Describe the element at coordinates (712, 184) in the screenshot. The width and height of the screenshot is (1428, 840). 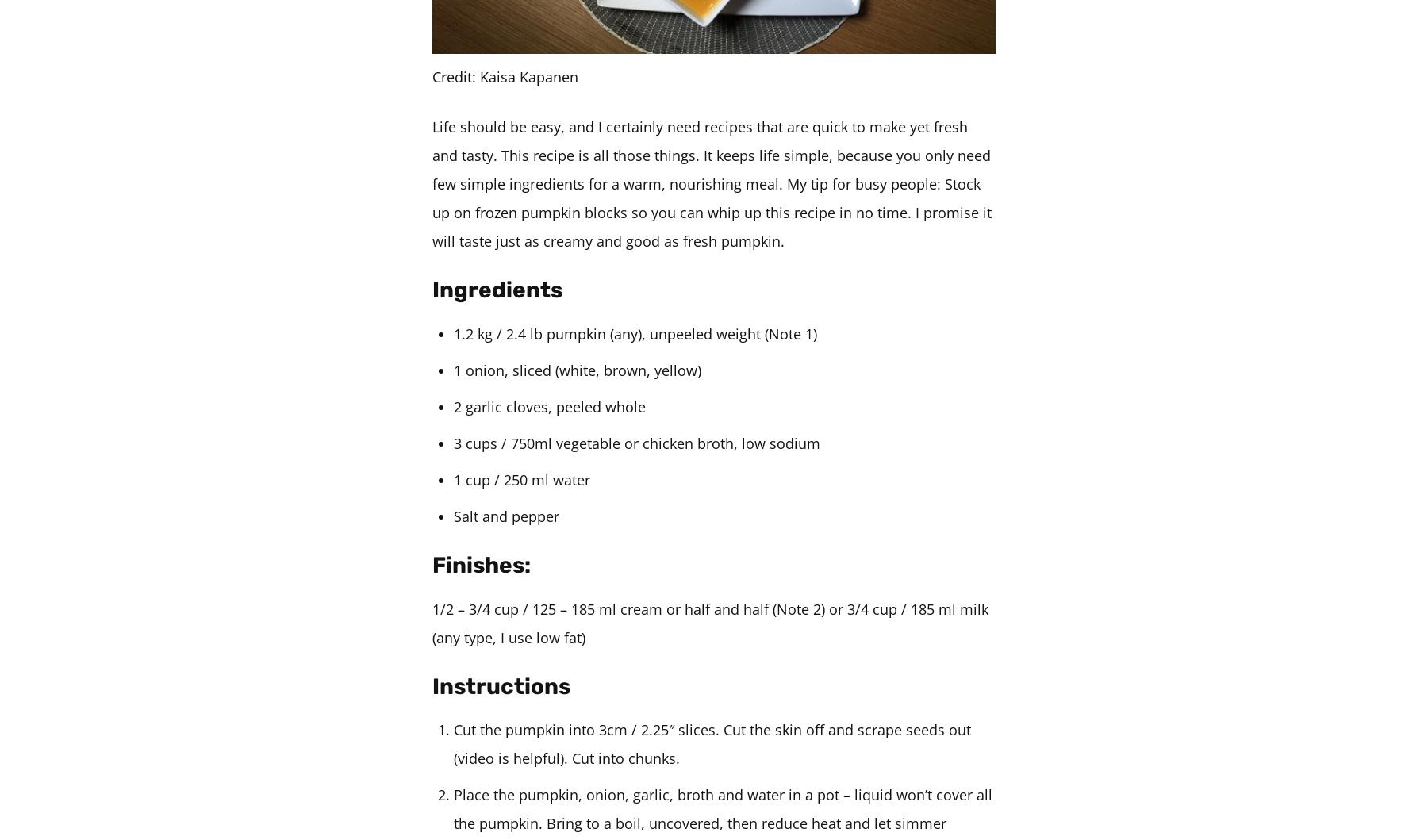
I see `'Life should be easy, and I certainly need recipes that are quick to make yet fresh and tasty. This recipe is all those things. It keeps life simple, because you only need few simple ingredients for a warm, nourishing meal. My tip for busy people: Stock up on frozen pumpkin blocks so you can whip up this recipe in no time. I promise it will taste just as creamy and good as fresh pumpkin.'` at that location.